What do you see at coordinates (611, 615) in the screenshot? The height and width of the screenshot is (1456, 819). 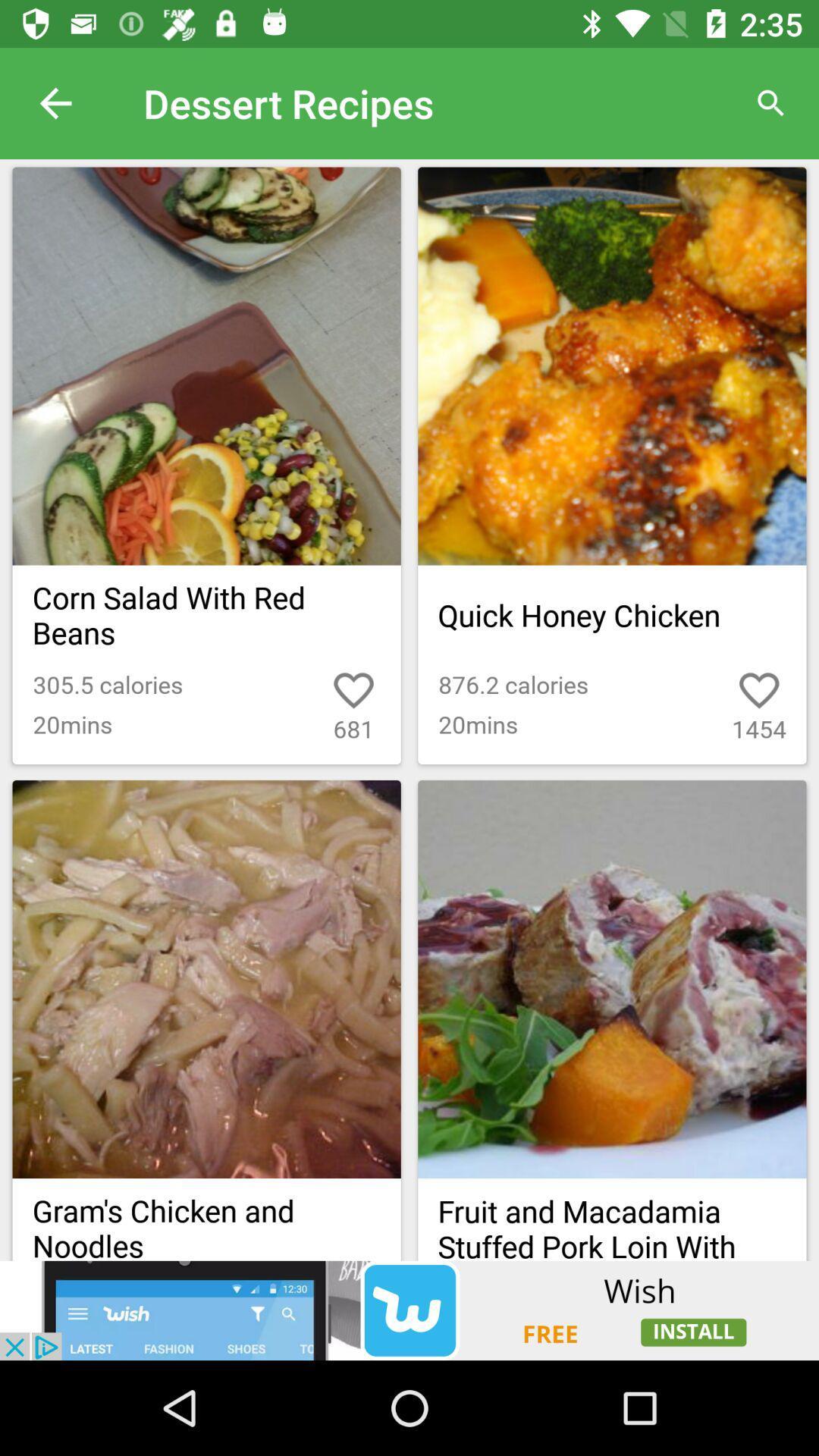 I see `quick honey chicken above 8762 calories` at bounding box center [611, 615].